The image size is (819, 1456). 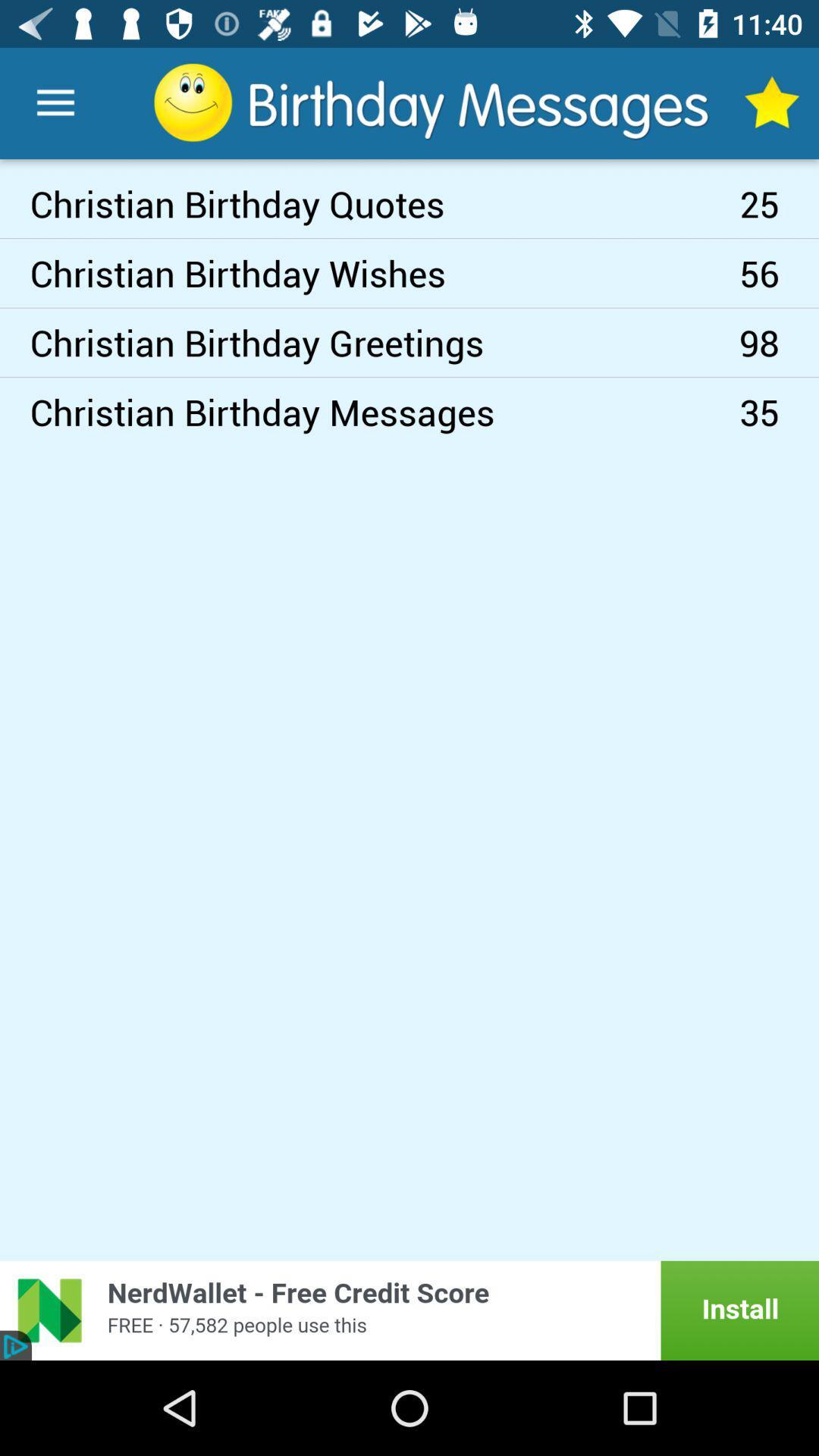 What do you see at coordinates (433, 102) in the screenshot?
I see `birthday messages at the top of the page` at bounding box center [433, 102].